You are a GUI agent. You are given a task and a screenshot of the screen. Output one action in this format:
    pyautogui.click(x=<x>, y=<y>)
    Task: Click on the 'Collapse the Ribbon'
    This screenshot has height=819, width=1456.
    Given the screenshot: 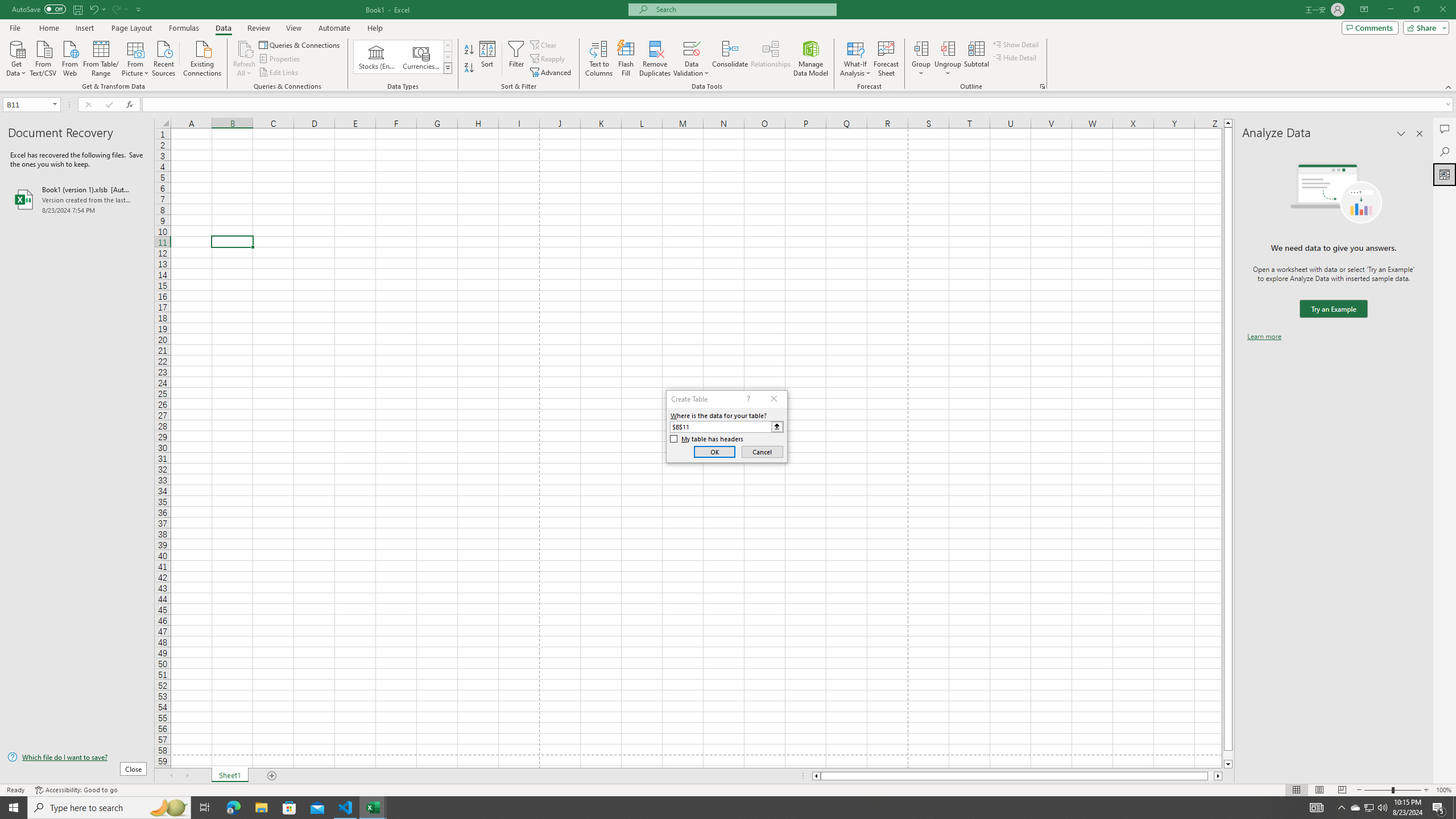 What is the action you would take?
    pyautogui.click(x=1449, y=87)
    